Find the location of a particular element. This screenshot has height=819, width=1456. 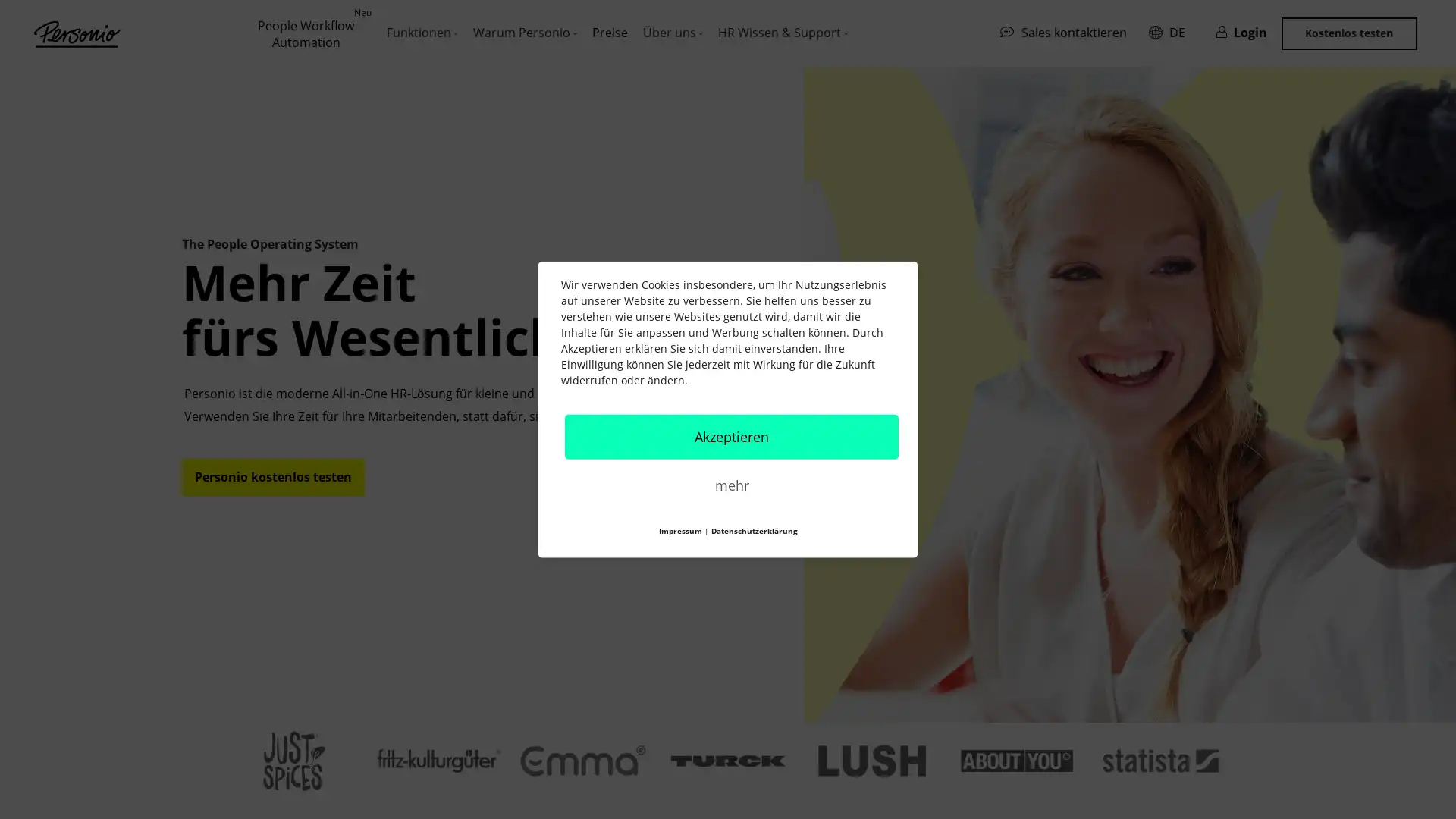

Akzeptieren is located at coordinates (731, 436).